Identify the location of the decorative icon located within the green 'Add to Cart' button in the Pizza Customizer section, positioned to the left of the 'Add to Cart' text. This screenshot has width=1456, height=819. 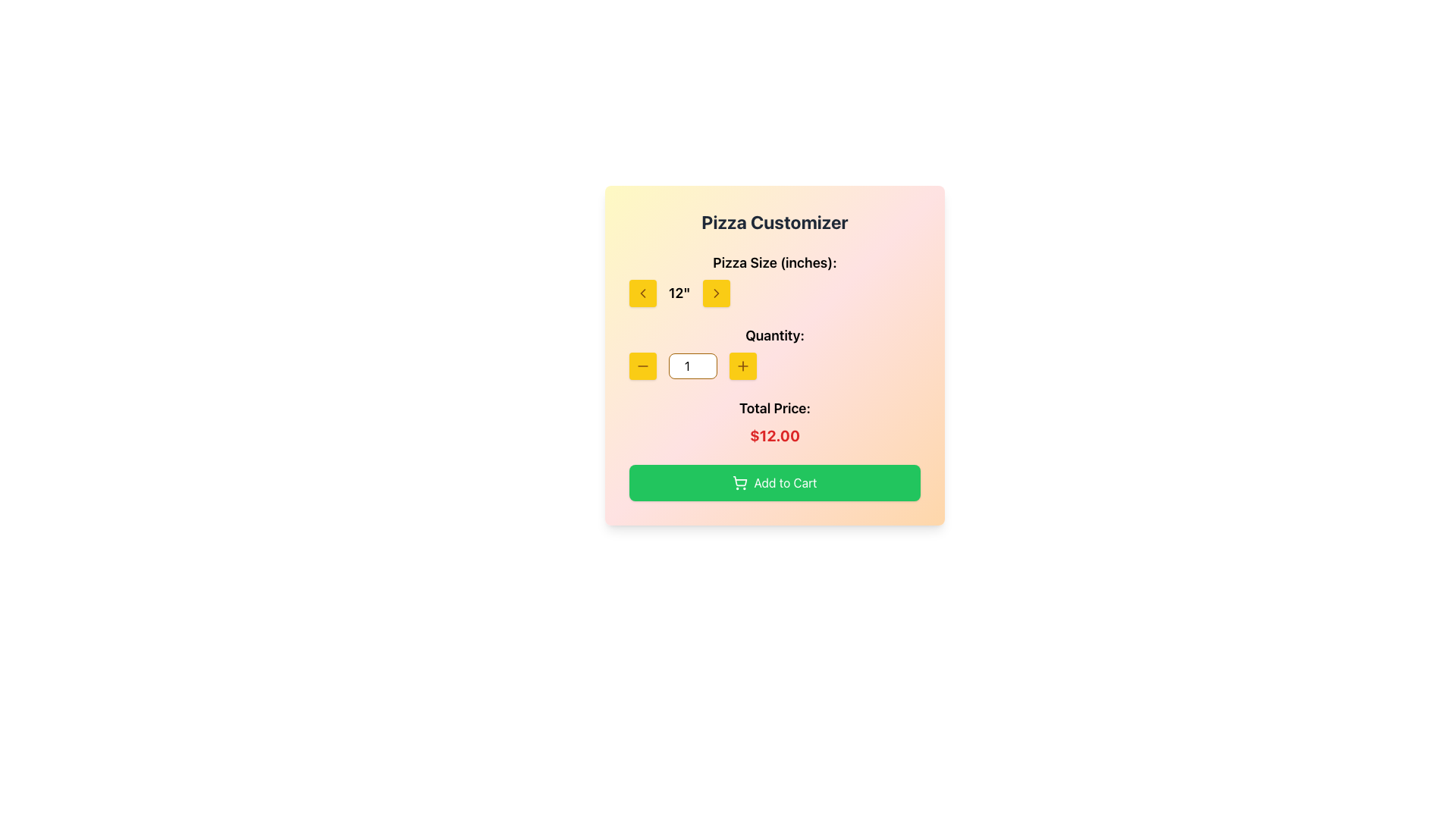
(740, 482).